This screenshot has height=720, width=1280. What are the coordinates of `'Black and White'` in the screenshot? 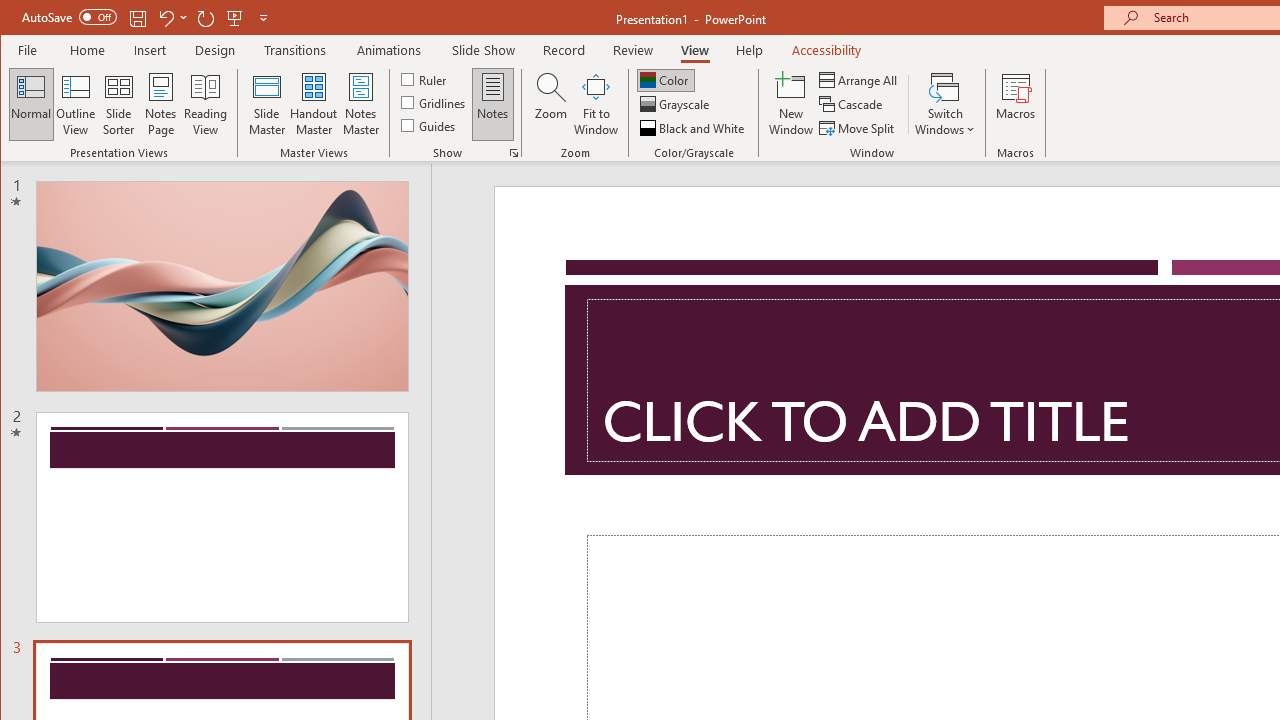 It's located at (694, 128).